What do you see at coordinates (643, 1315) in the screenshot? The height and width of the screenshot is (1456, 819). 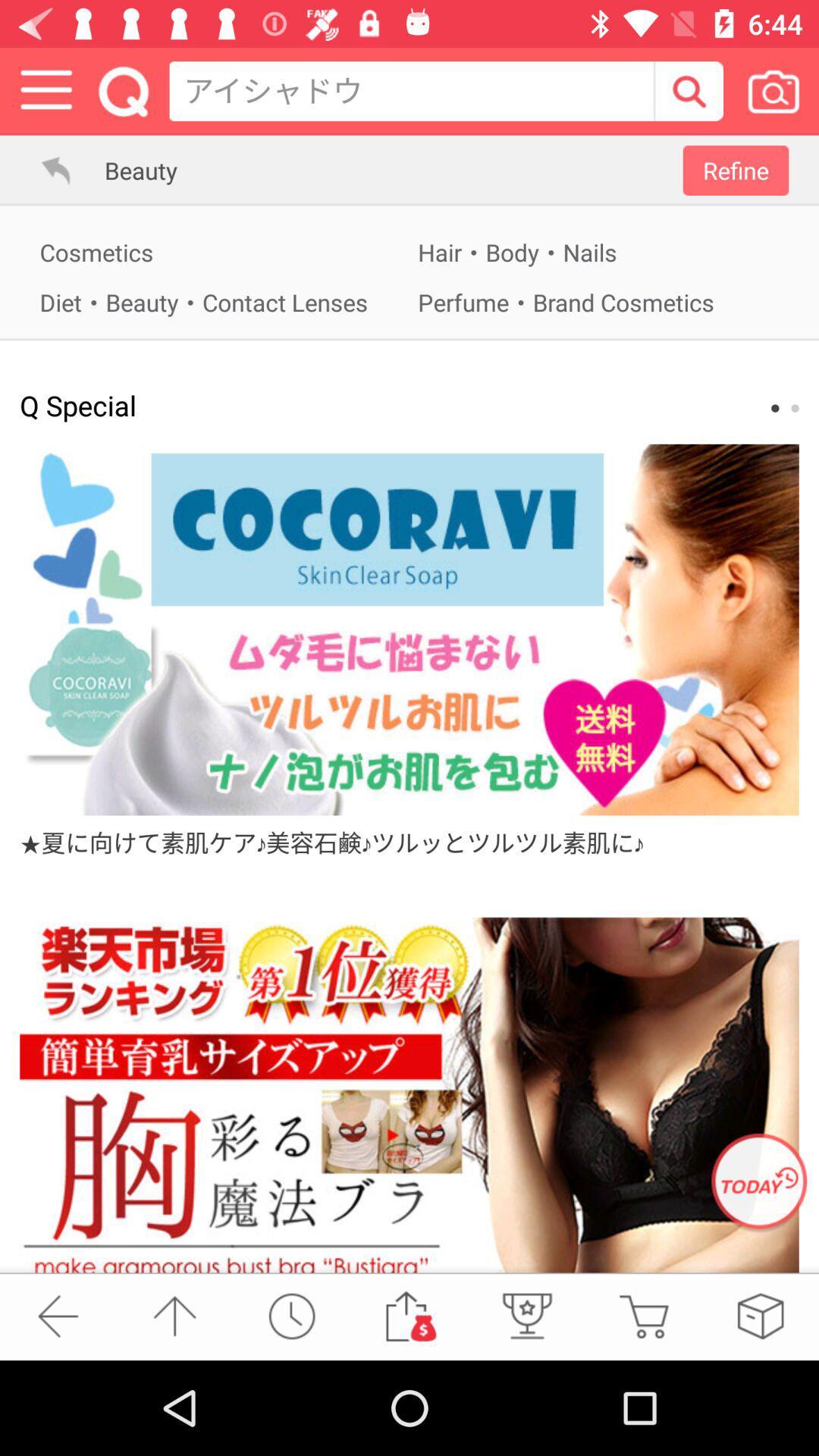 I see `cart` at bounding box center [643, 1315].